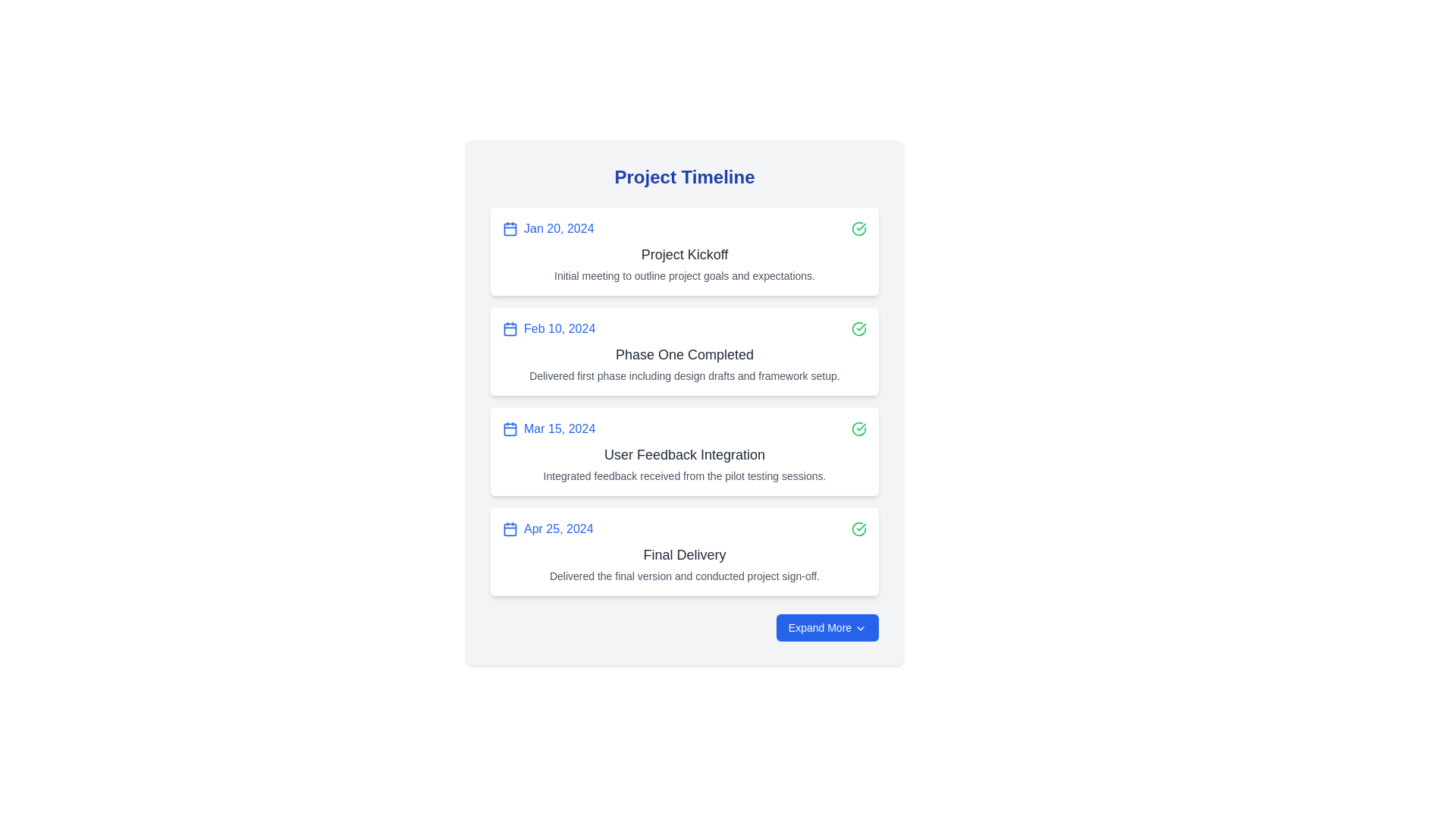  What do you see at coordinates (510, 328) in the screenshot?
I see `the calendar date icon located to the left of the date text 'Feb 10, 2024' in the second item of the timeline list` at bounding box center [510, 328].